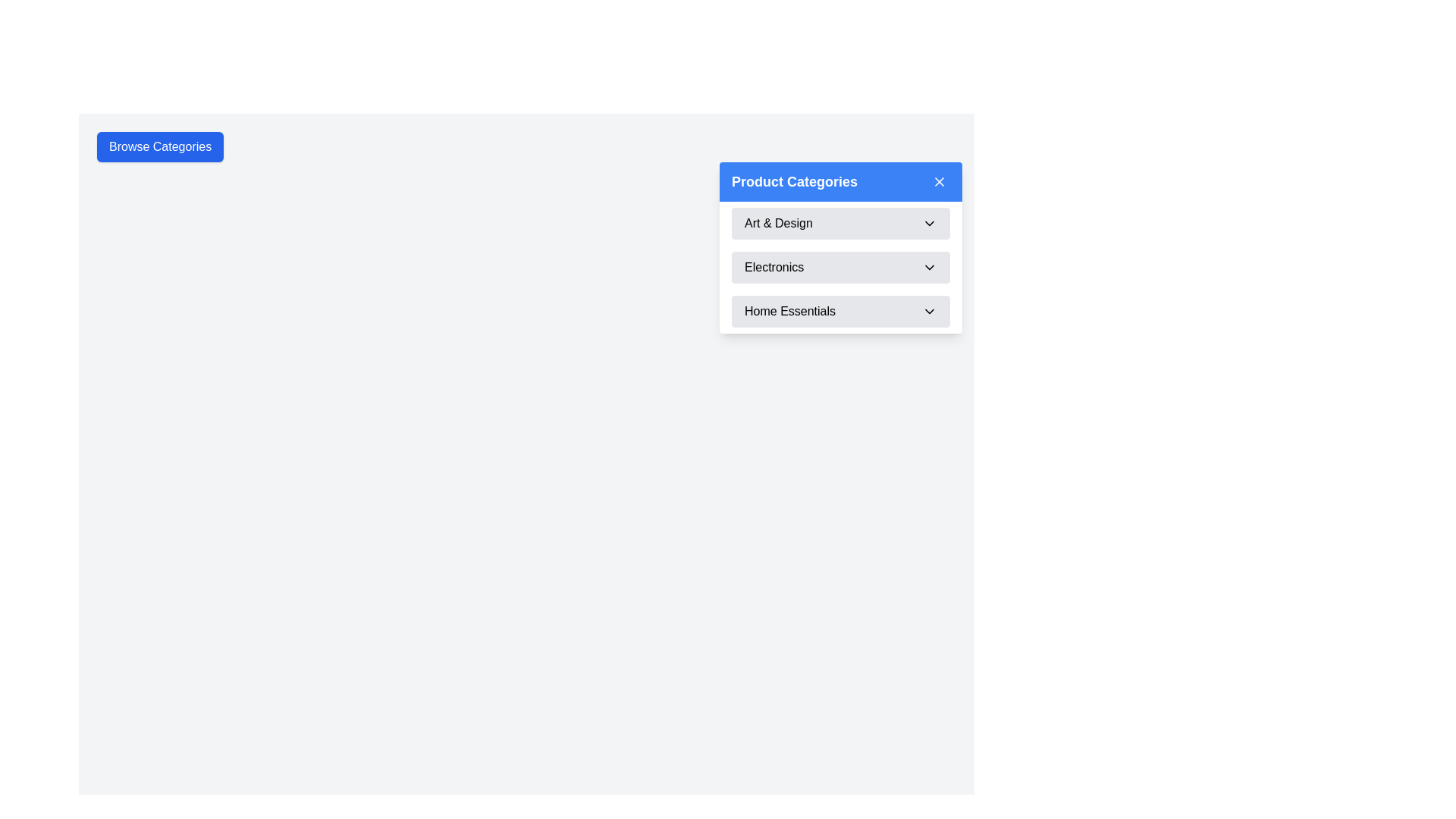 The width and height of the screenshot is (1456, 819). What do you see at coordinates (938, 180) in the screenshot?
I see `the interactive close button located at the top-right corner of the blue header containing the text 'Product Categories'` at bounding box center [938, 180].